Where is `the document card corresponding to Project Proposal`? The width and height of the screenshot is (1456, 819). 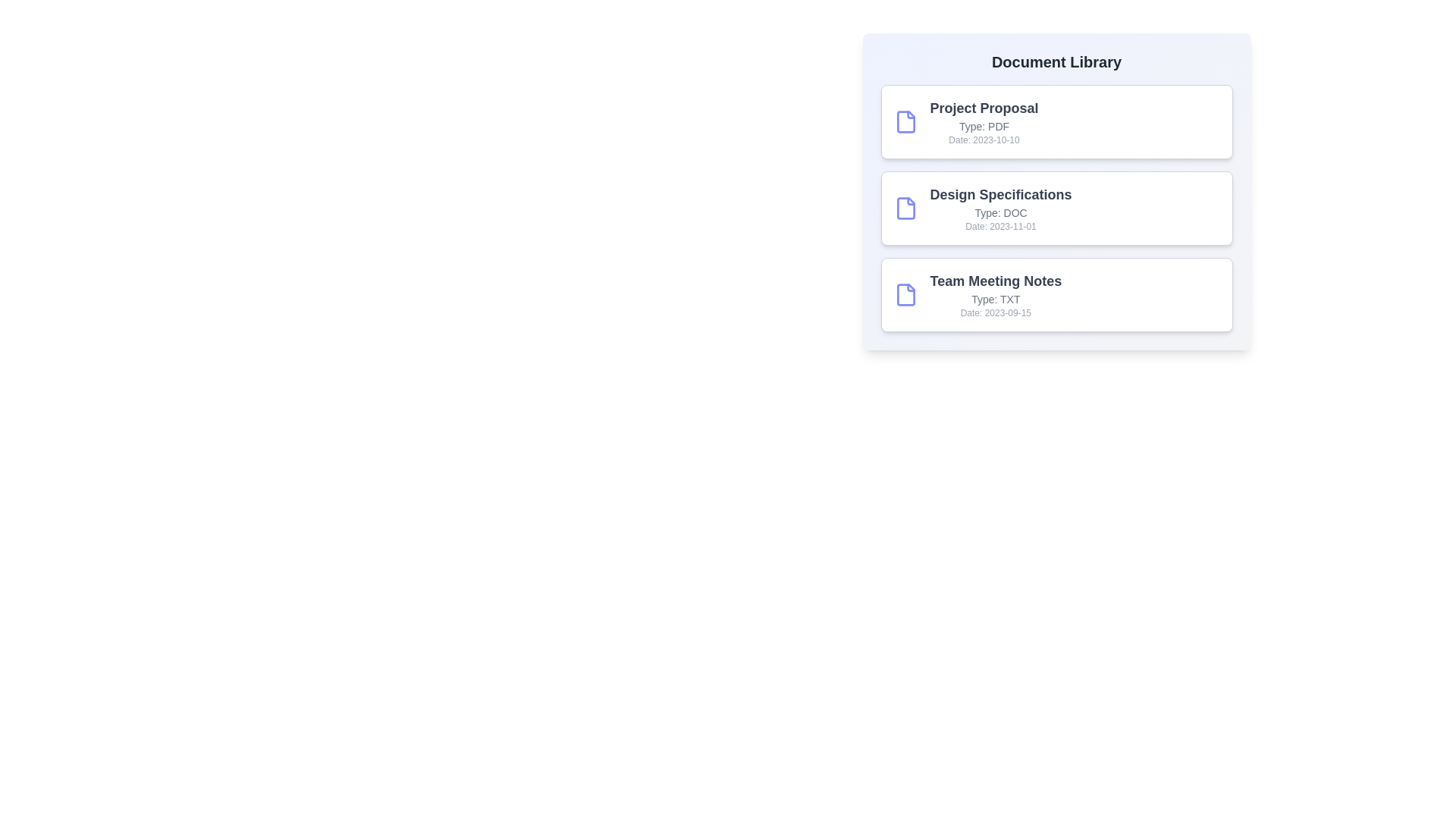 the document card corresponding to Project Proposal is located at coordinates (1056, 121).